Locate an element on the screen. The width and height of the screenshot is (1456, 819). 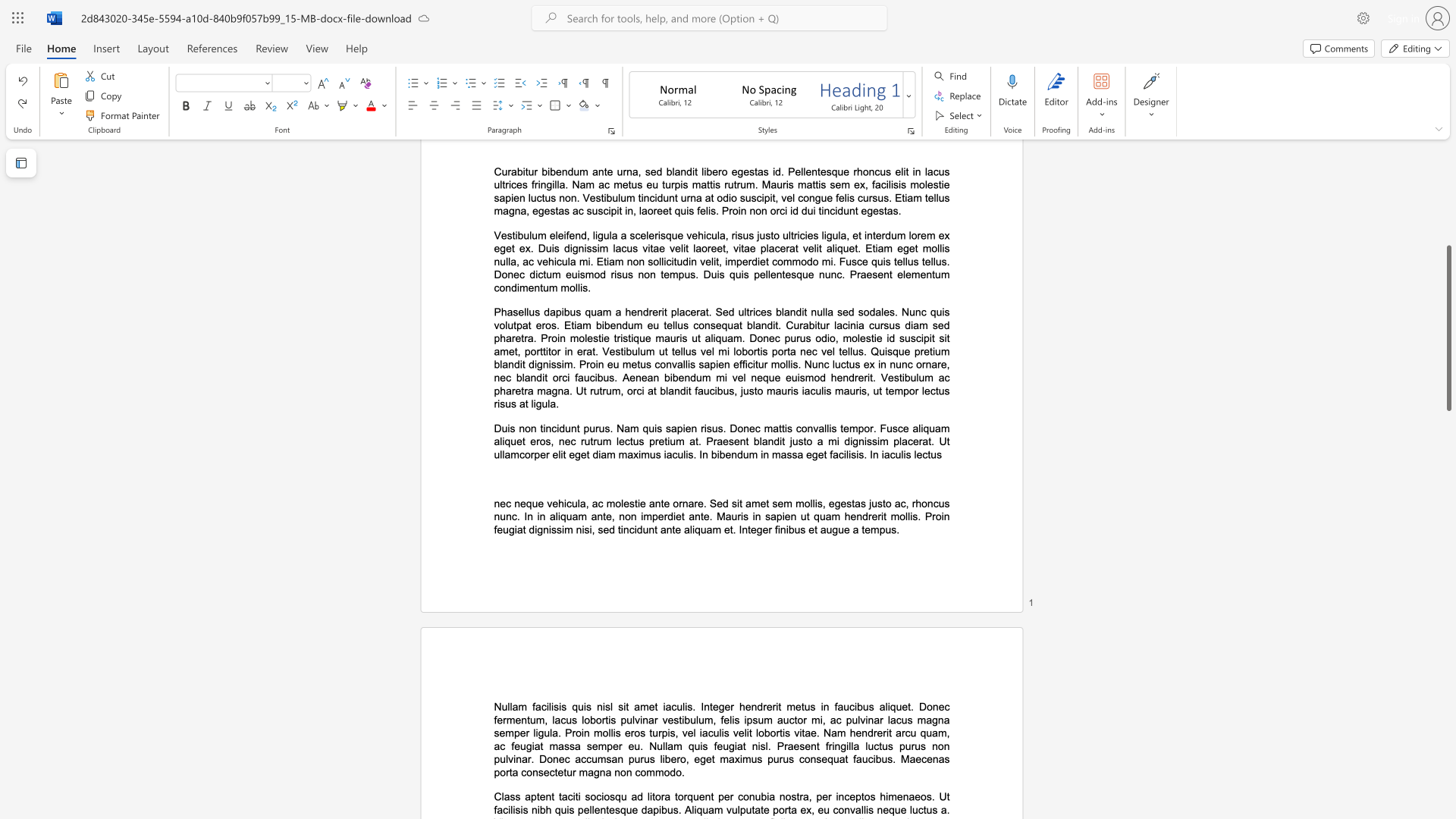
the subset text "magn" within the text "Nullam facilisis quis nisl sit amet iaculis. Integer hendrerit metus in faucibus aliquet. Donec fermentum, lacus lobortis pulvinar vestibulum, felis ipsum auctor mi, ac pulvinar lacus magna" is located at coordinates (916, 719).